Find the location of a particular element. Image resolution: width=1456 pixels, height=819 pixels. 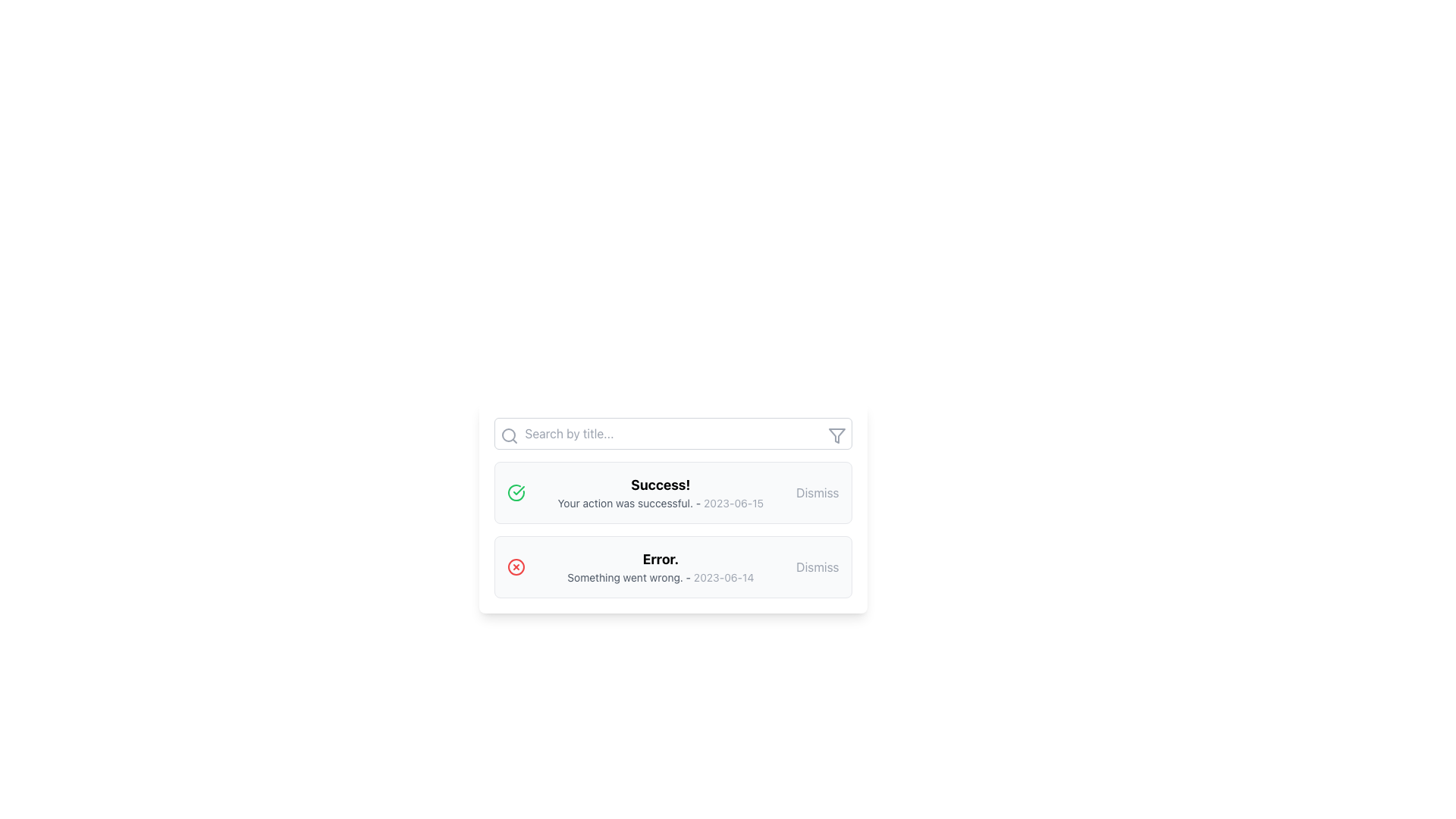

text that indicates the title or summary of an error notification located at the bottom section of the notification list is located at coordinates (661, 559).